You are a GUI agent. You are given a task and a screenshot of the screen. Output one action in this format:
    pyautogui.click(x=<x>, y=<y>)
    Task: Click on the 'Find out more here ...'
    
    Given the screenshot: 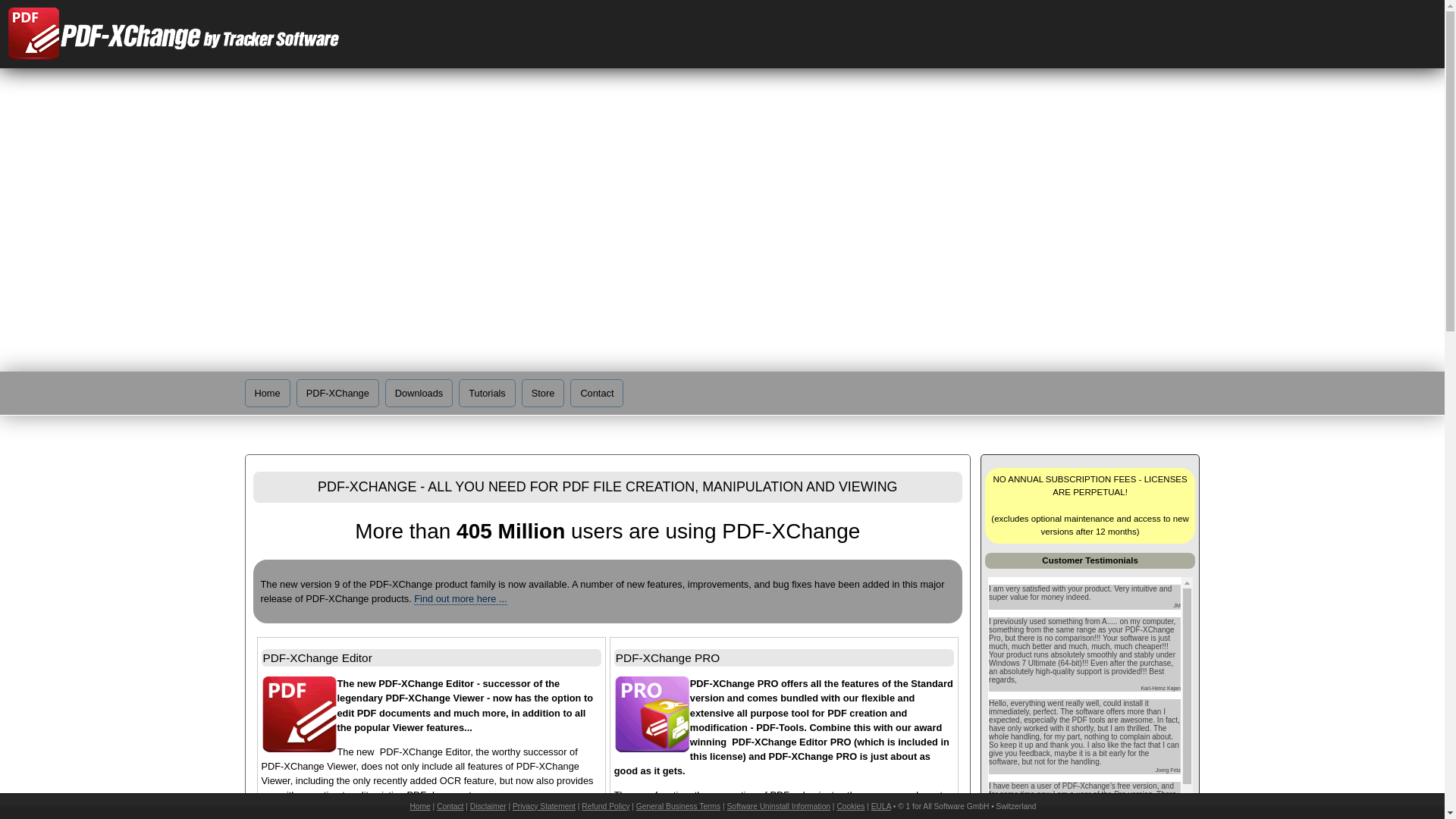 What is the action you would take?
    pyautogui.click(x=459, y=598)
    